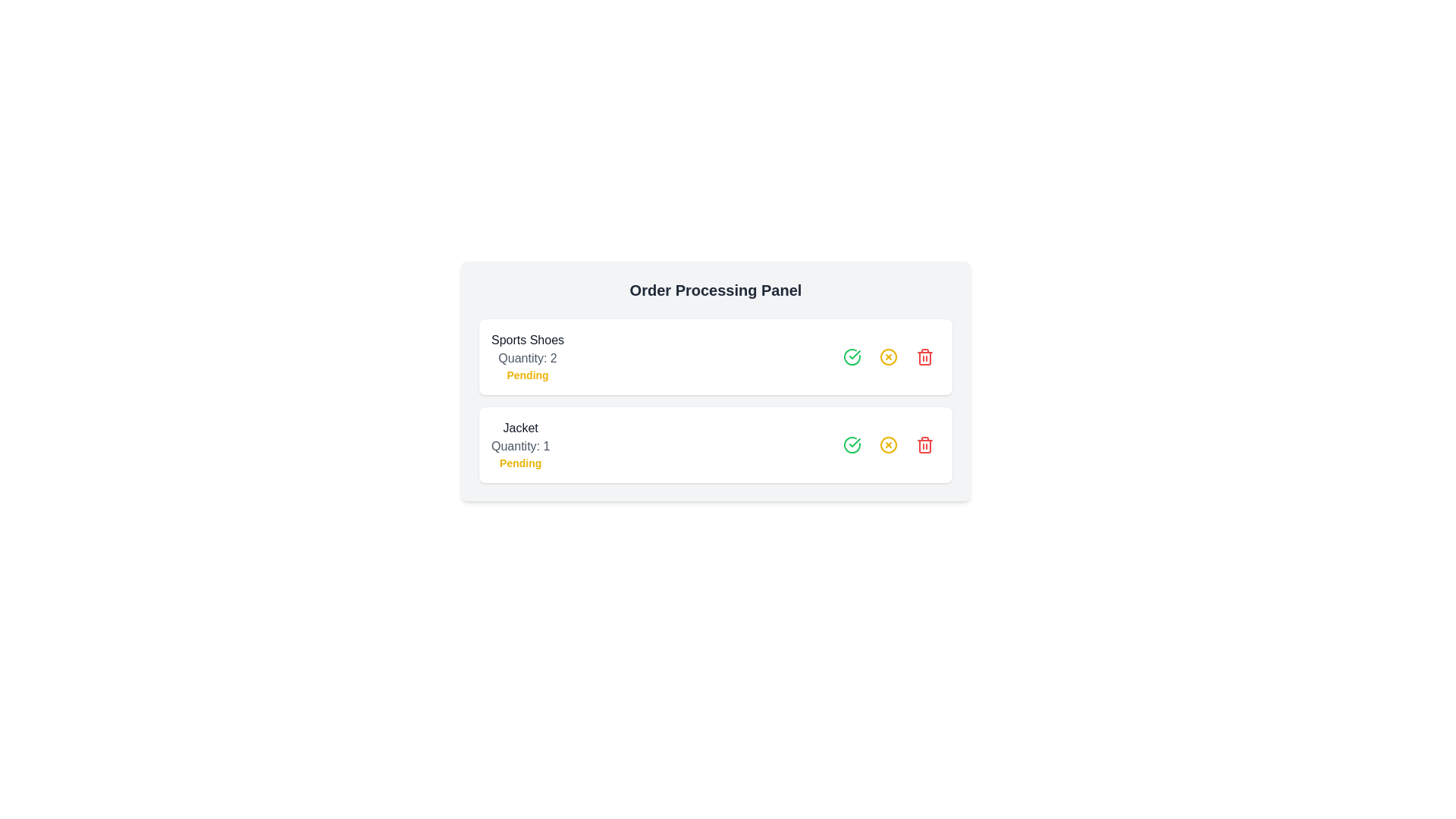 This screenshot has height=819, width=1456. I want to click on the delete icon button located on the right side of the second row, next to two circular icons, so click(924, 444).